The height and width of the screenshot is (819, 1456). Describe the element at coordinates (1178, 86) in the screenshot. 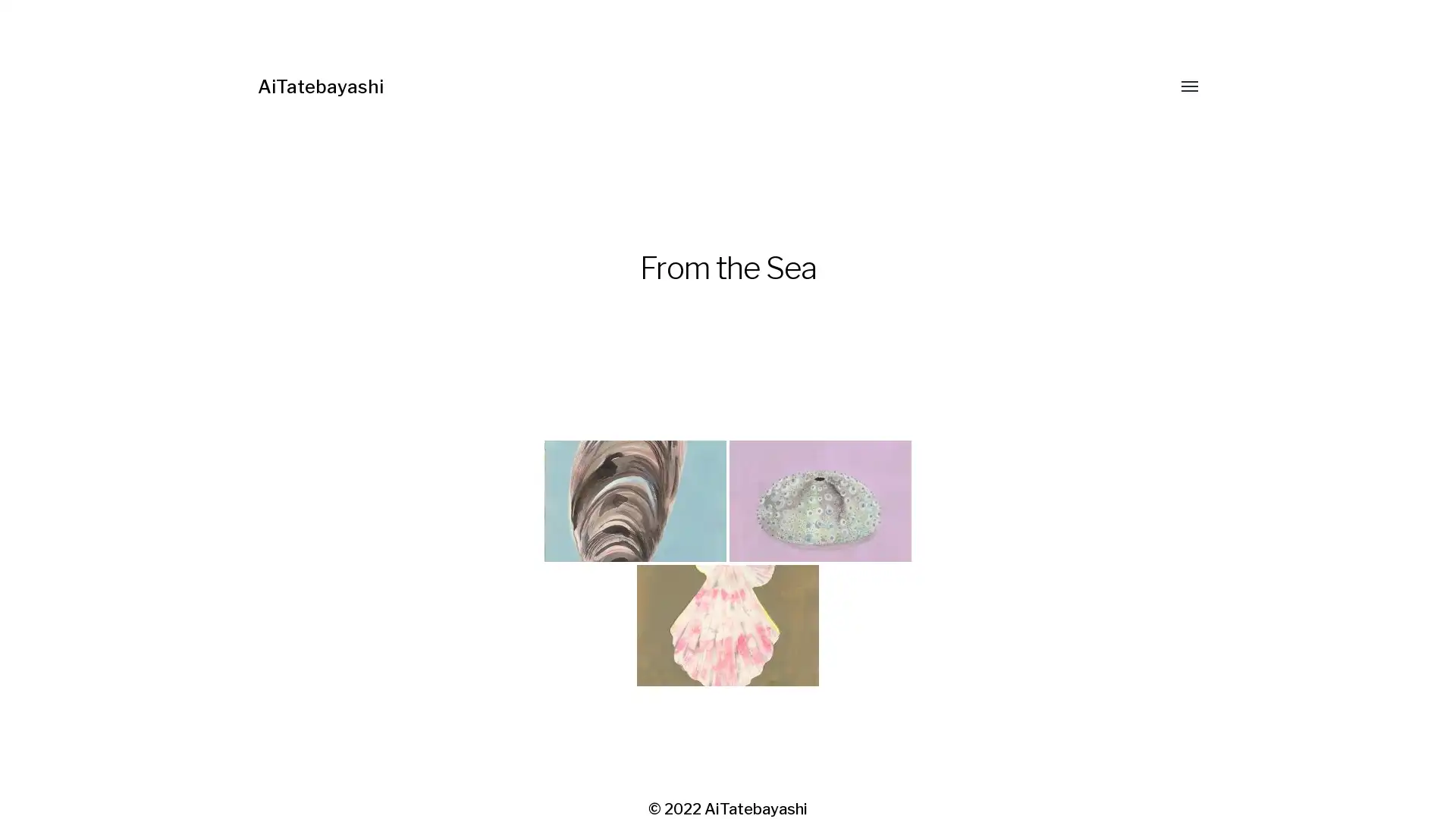

I see `Toggle menu` at that location.